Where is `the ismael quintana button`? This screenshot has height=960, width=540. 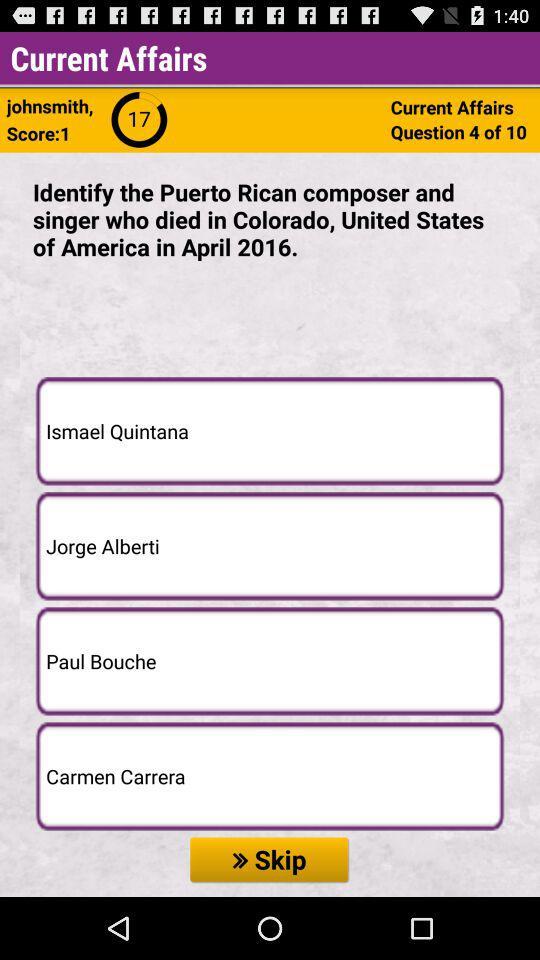 the ismael quintana button is located at coordinates (270, 431).